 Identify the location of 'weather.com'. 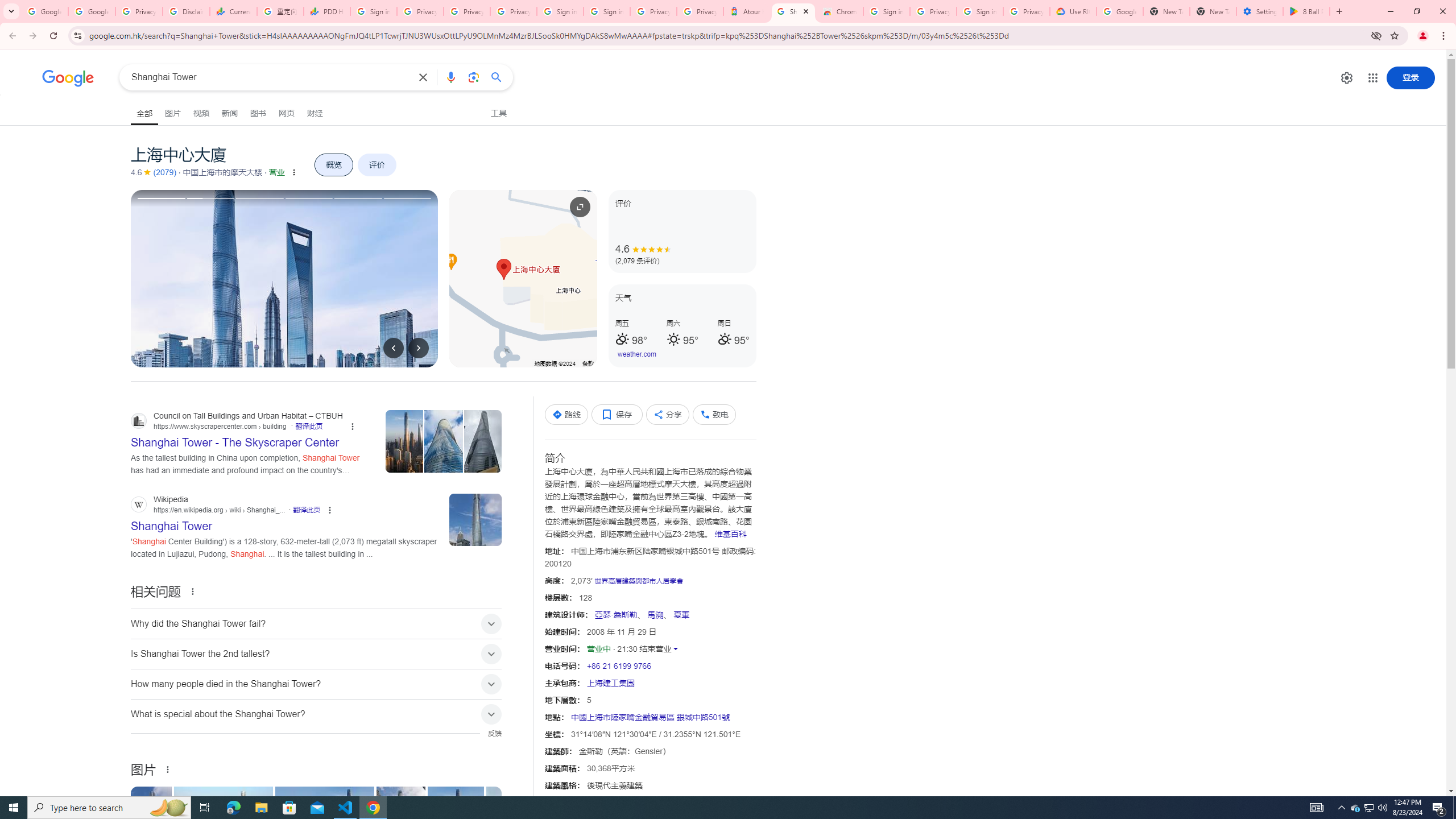
(637, 354).